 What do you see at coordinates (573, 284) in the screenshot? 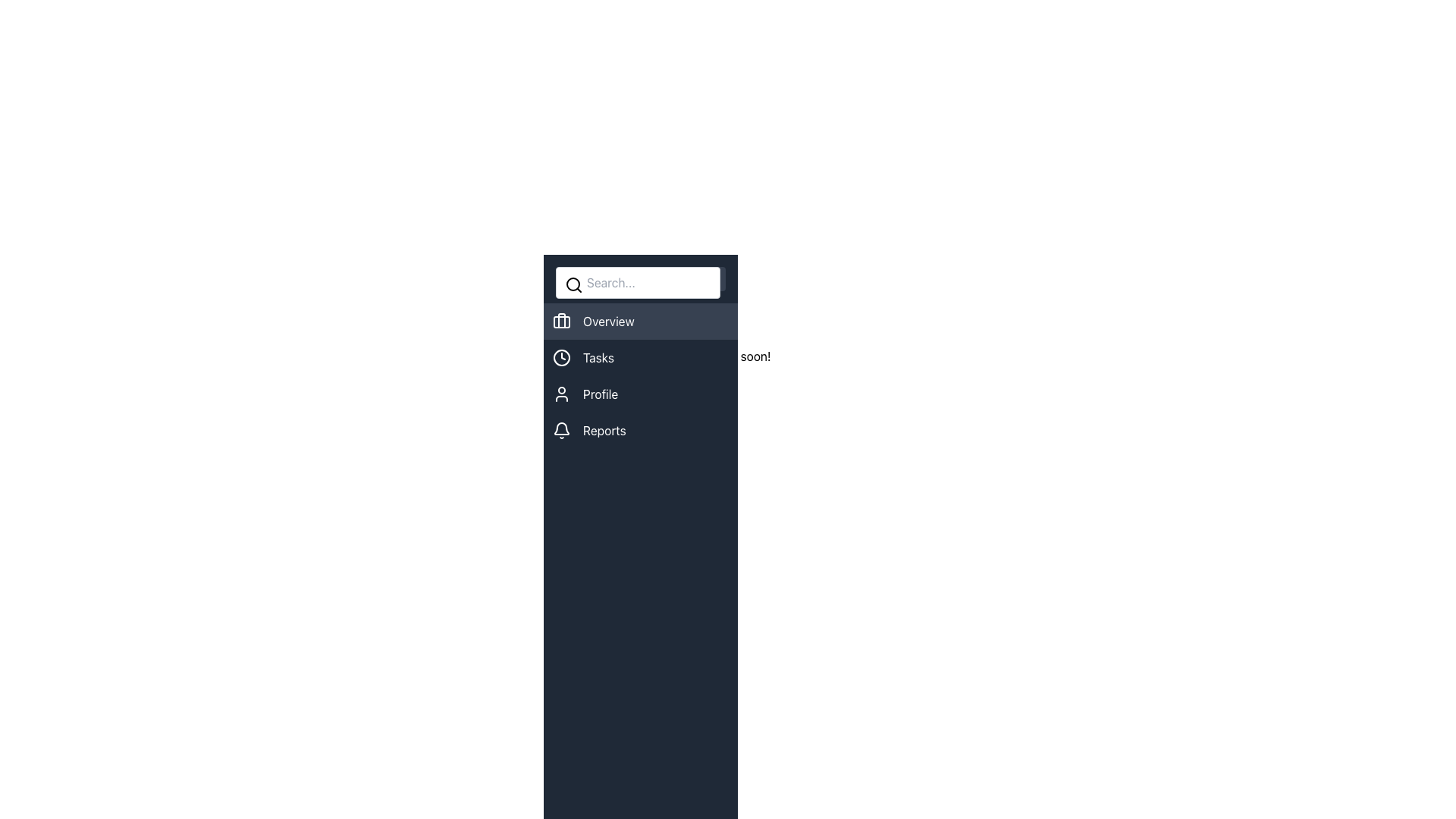
I see `the search icon located to the immediate left of the text input field with the placeholder text 'Search...'` at bounding box center [573, 284].